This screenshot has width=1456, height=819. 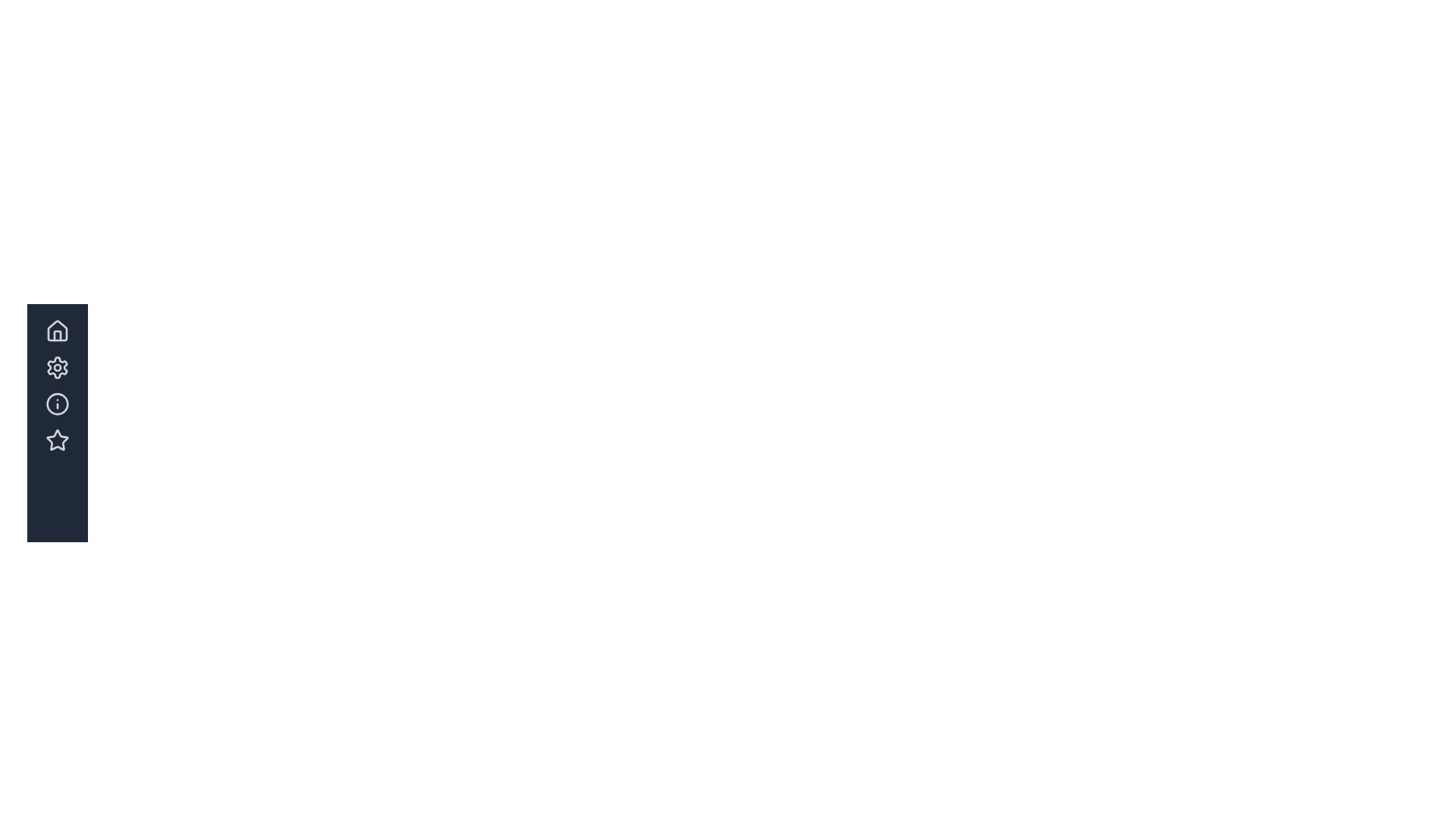 I want to click on the Icon that serves as a shortcut for accessing a user's favorite items, which is the fourth option in the vertical stack of icons in the sidebar, revealing the label 'Access your favorites', so click(x=58, y=441).